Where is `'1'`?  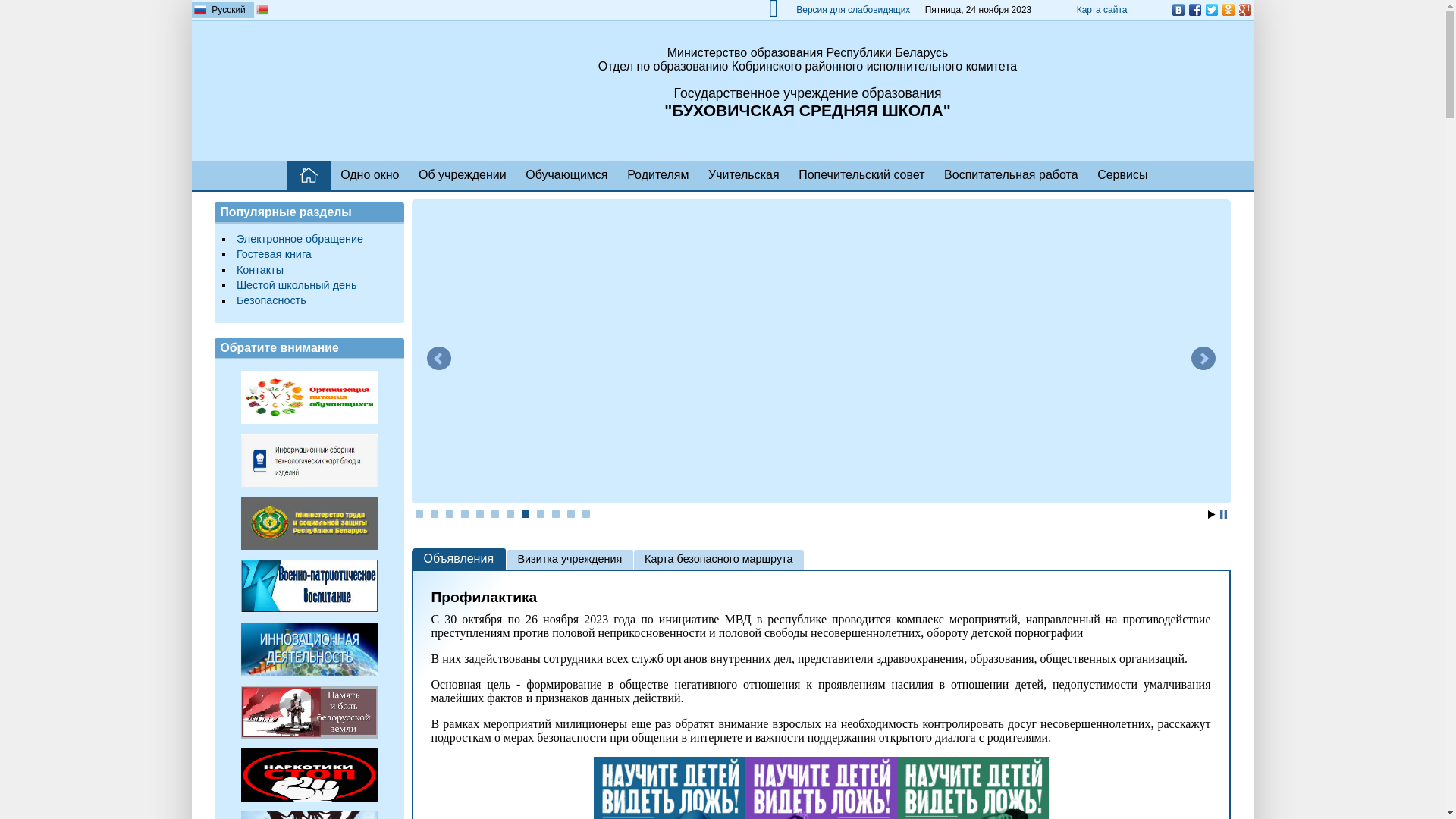
'1' is located at coordinates (419, 513).